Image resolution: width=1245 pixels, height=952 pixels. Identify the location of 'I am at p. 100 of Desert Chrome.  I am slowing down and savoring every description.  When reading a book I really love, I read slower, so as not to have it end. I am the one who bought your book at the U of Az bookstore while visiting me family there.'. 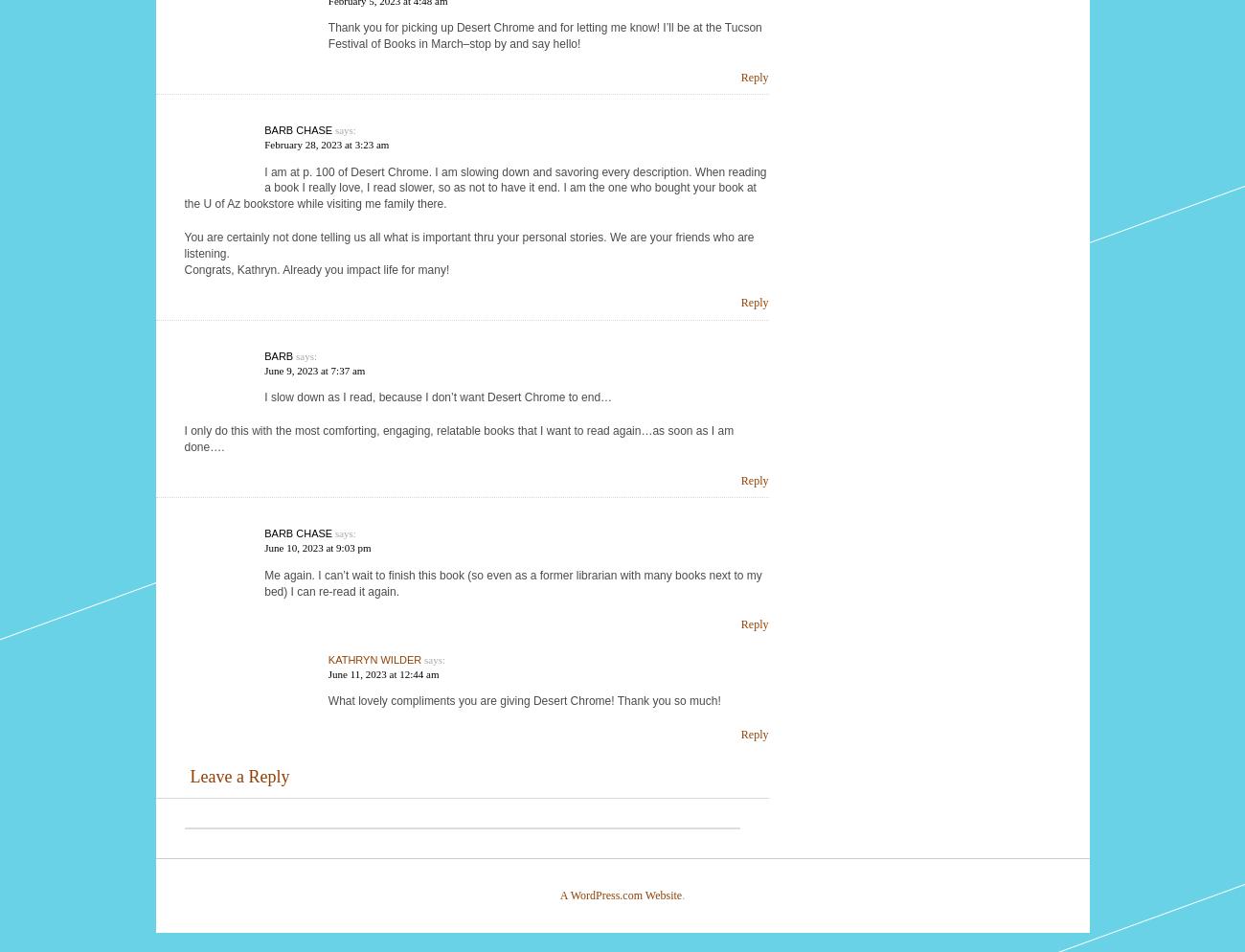
(474, 187).